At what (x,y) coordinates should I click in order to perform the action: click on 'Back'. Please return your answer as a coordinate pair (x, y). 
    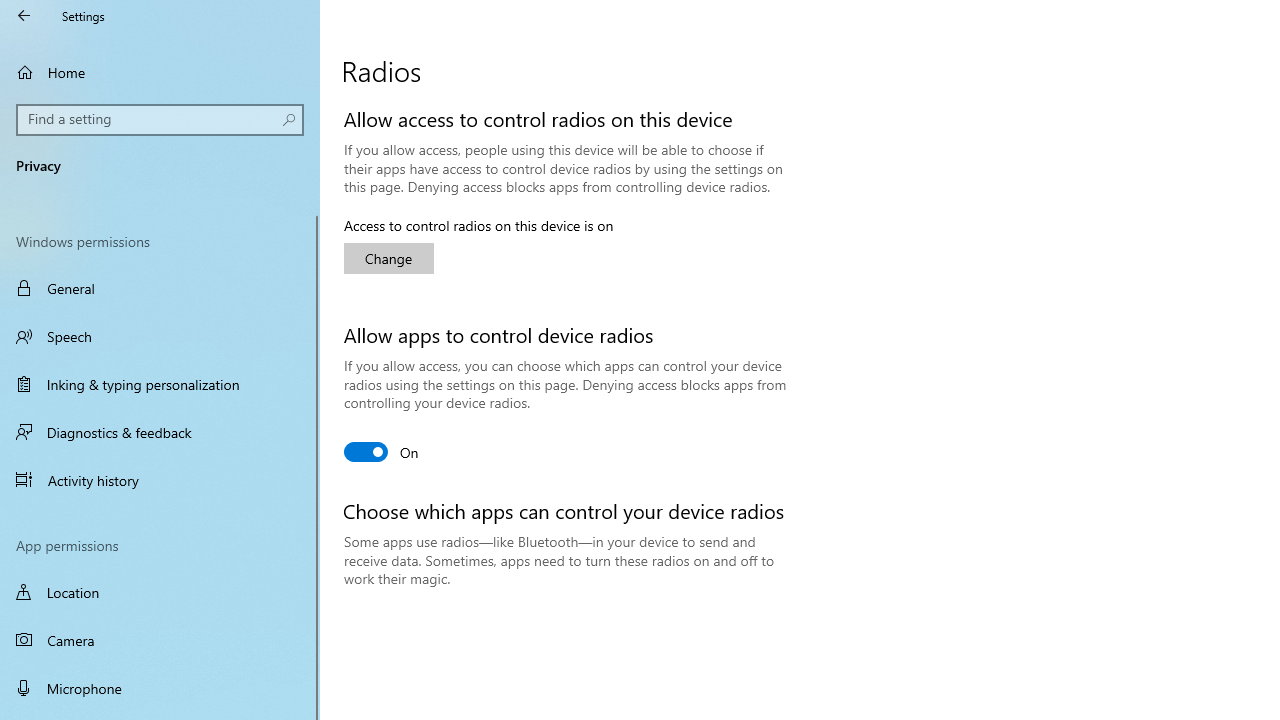
    Looking at the image, I should click on (24, 15).